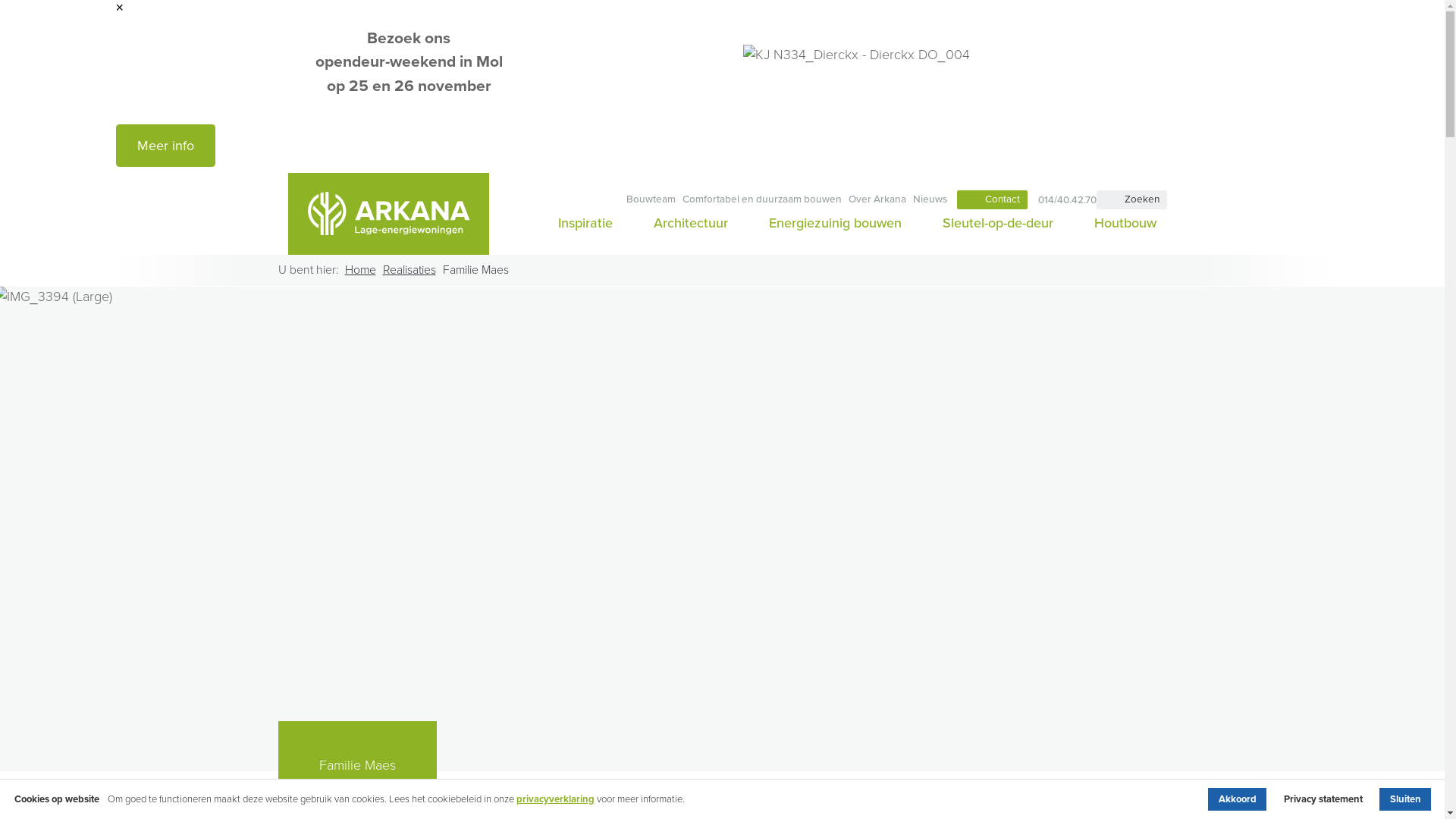  I want to click on 'Inspiratie', so click(584, 223).